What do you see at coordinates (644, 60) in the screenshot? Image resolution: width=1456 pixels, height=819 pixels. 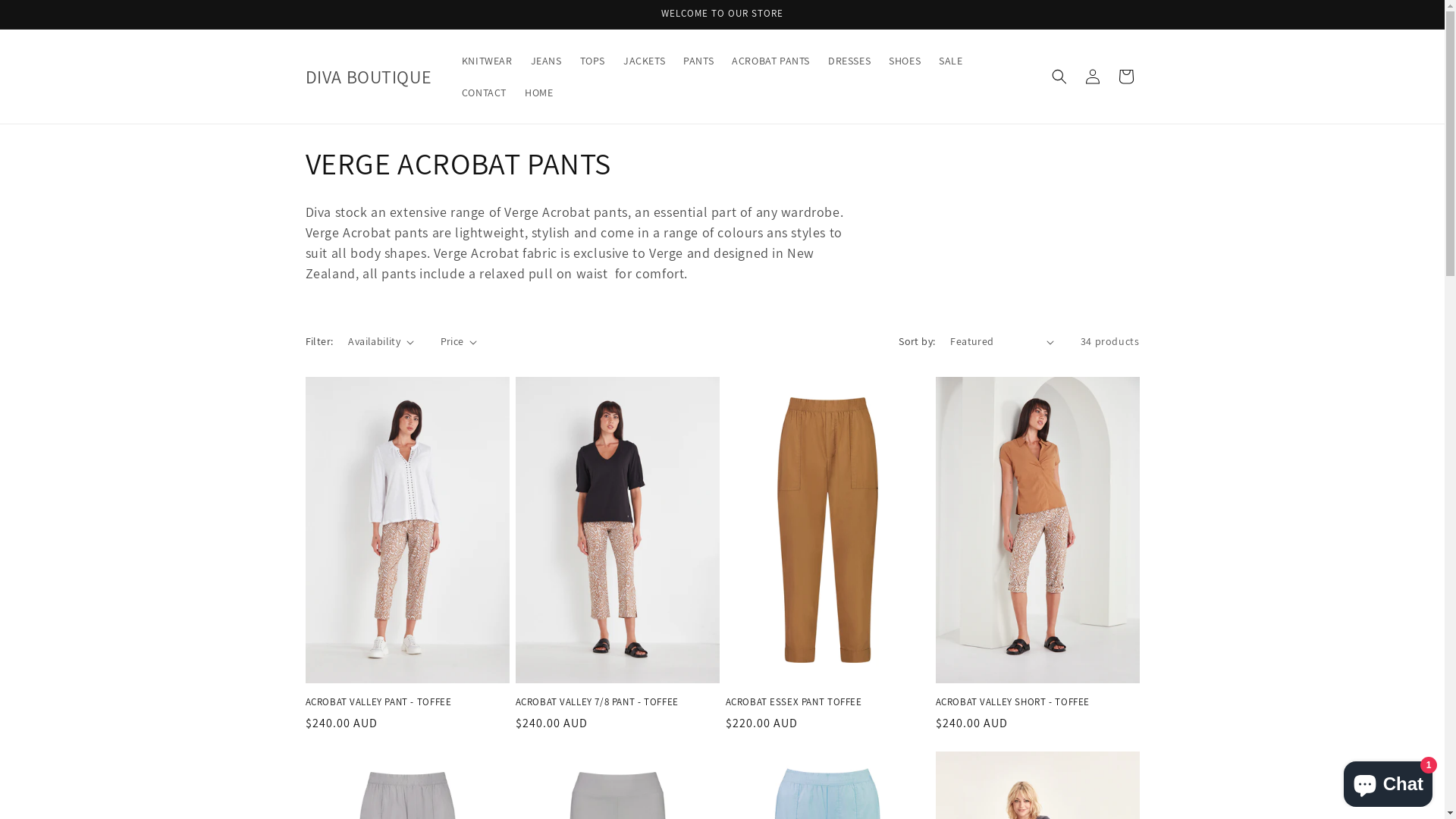 I see `'JACKETS'` at bounding box center [644, 60].